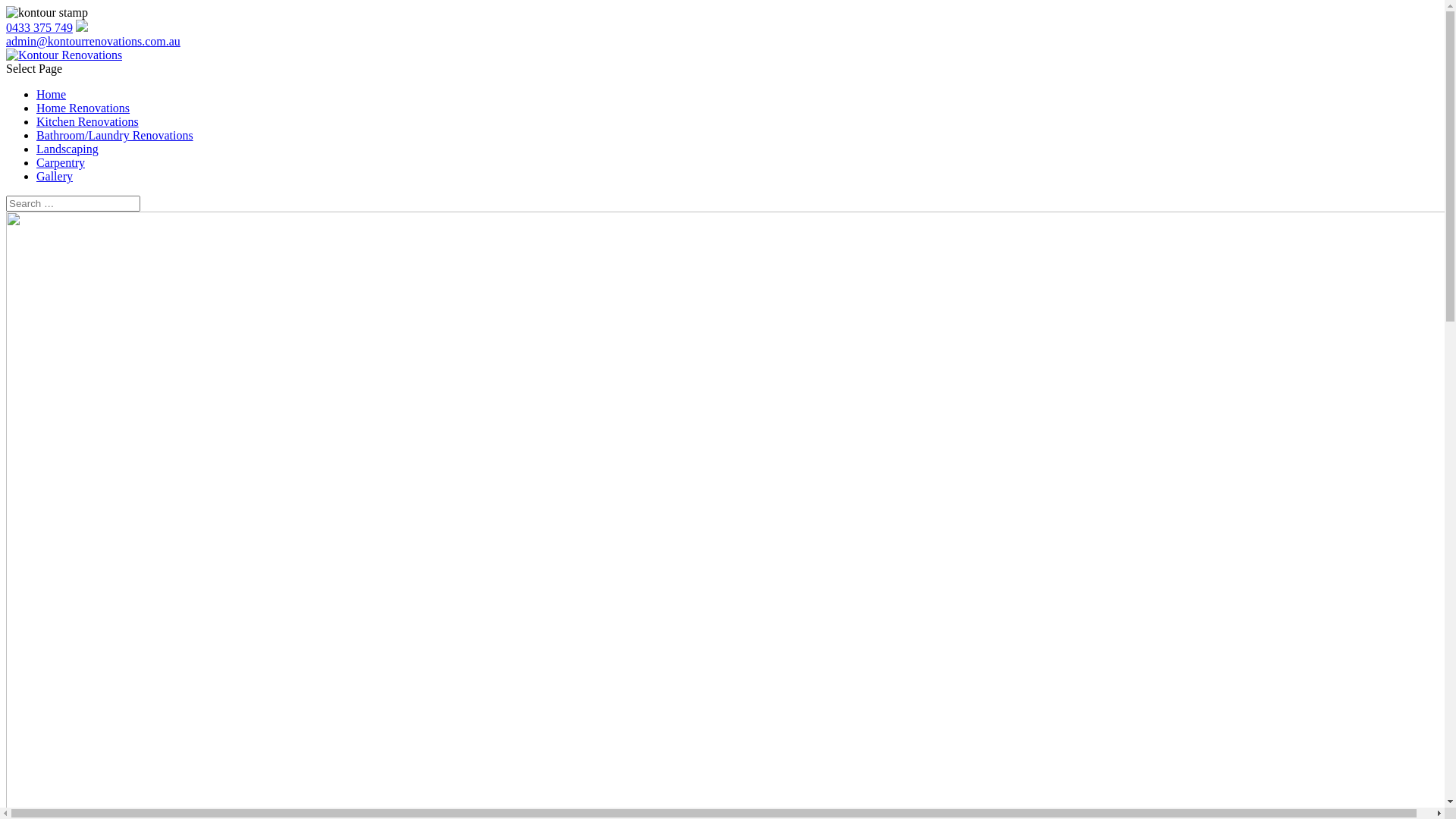 This screenshot has width=1456, height=819. What do you see at coordinates (93, 40) in the screenshot?
I see `'admin@kontourrenovations.com.au'` at bounding box center [93, 40].